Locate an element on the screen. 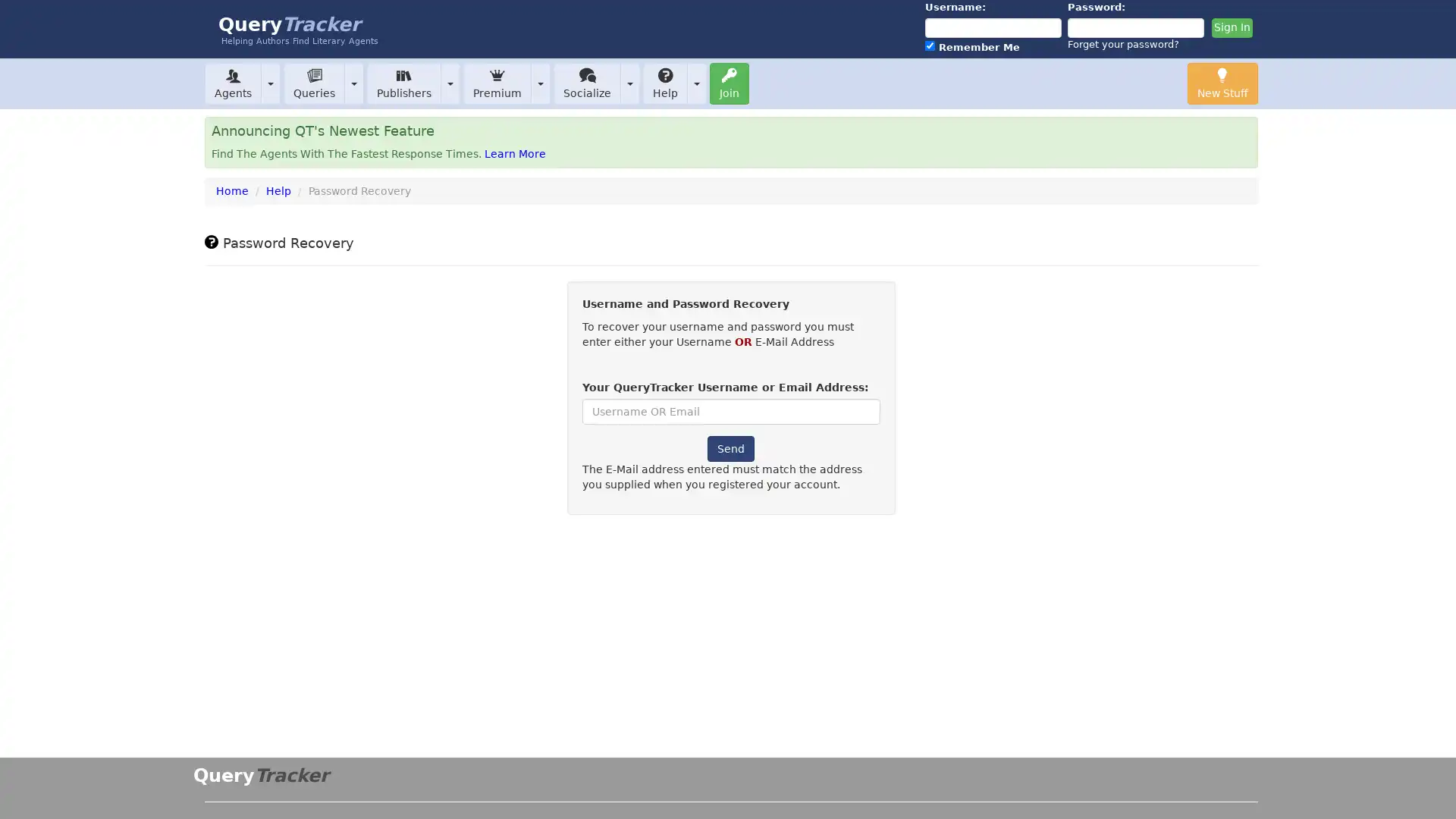 This screenshot has height=819, width=1456. Toggle Dropdown is located at coordinates (270, 83).